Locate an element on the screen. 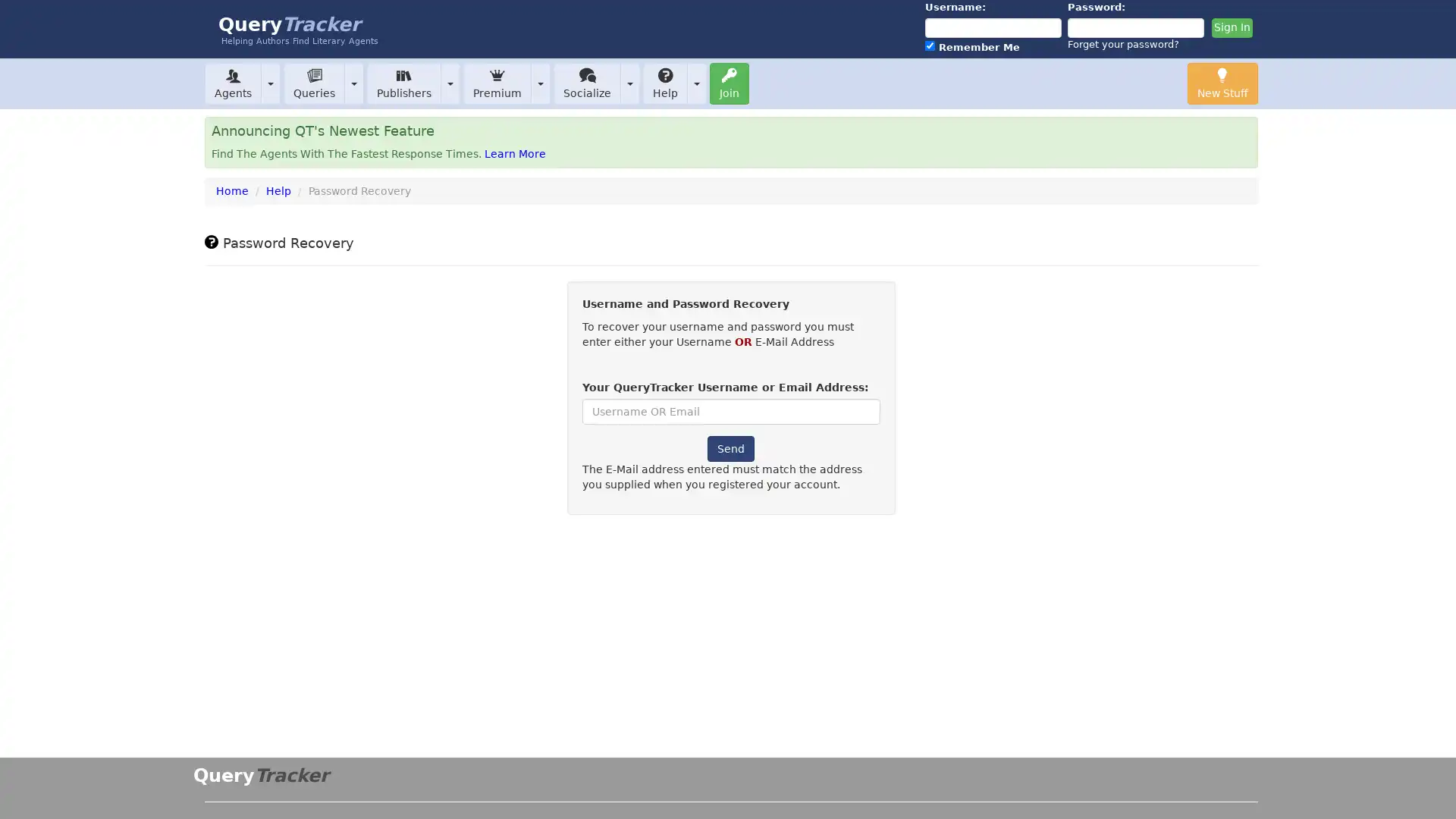 This screenshot has height=819, width=1456. Toggle Dropdown is located at coordinates (270, 83).